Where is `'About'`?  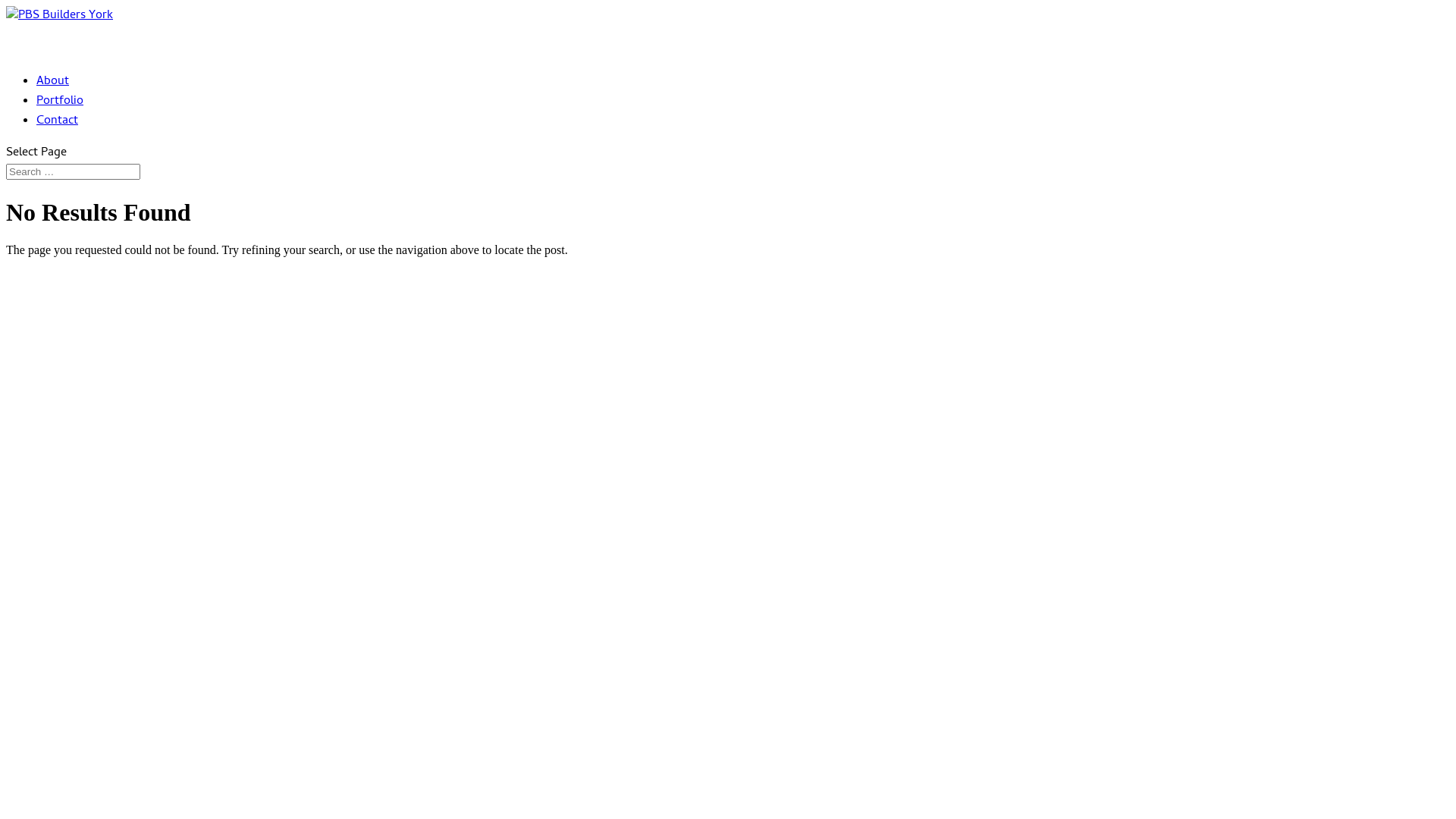 'About' is located at coordinates (36, 99).